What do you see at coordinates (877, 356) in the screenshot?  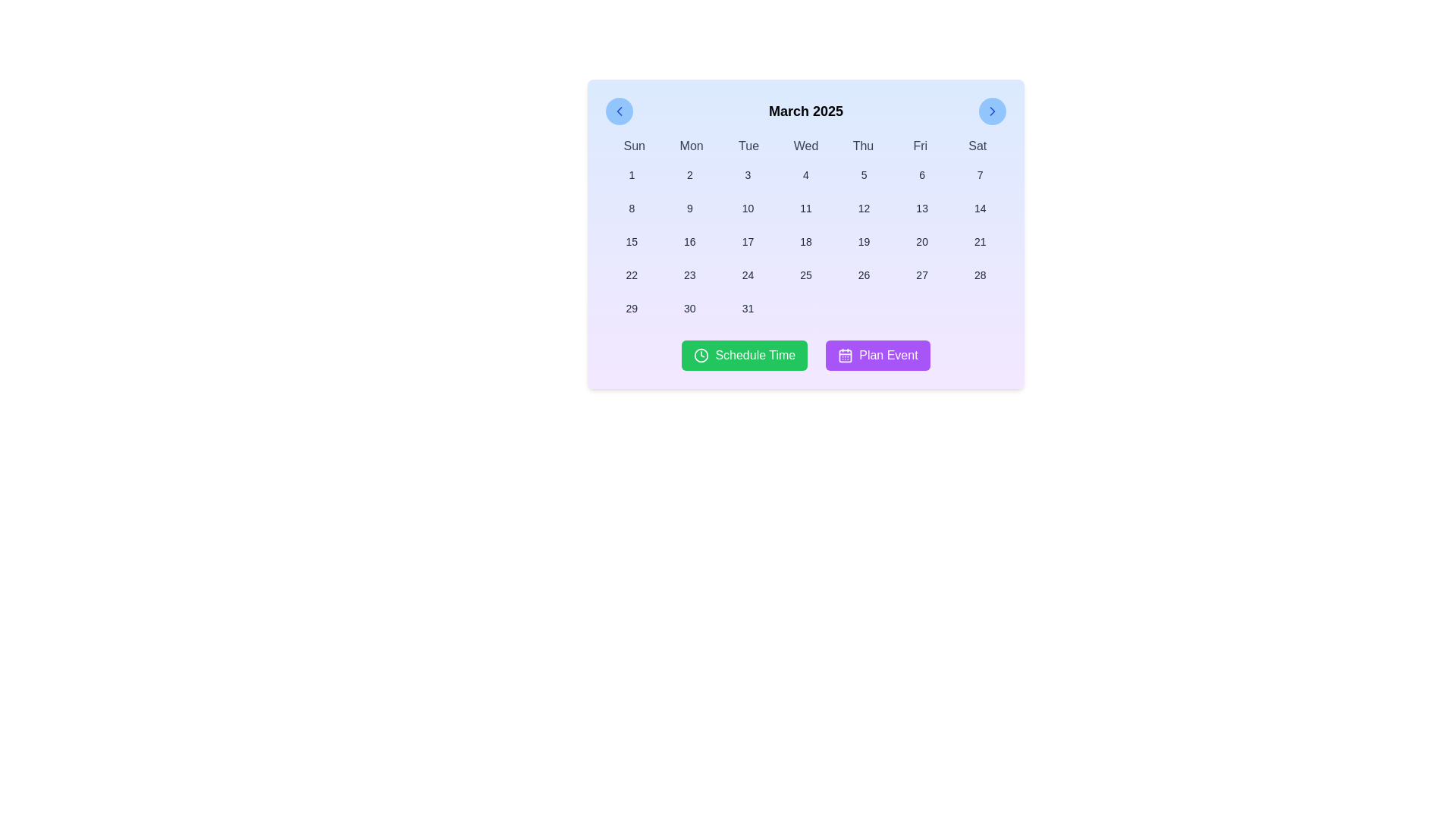 I see `the rectangular button with a purple background and white text reading 'Plan Event', located at the bottom center of the calendar interface` at bounding box center [877, 356].